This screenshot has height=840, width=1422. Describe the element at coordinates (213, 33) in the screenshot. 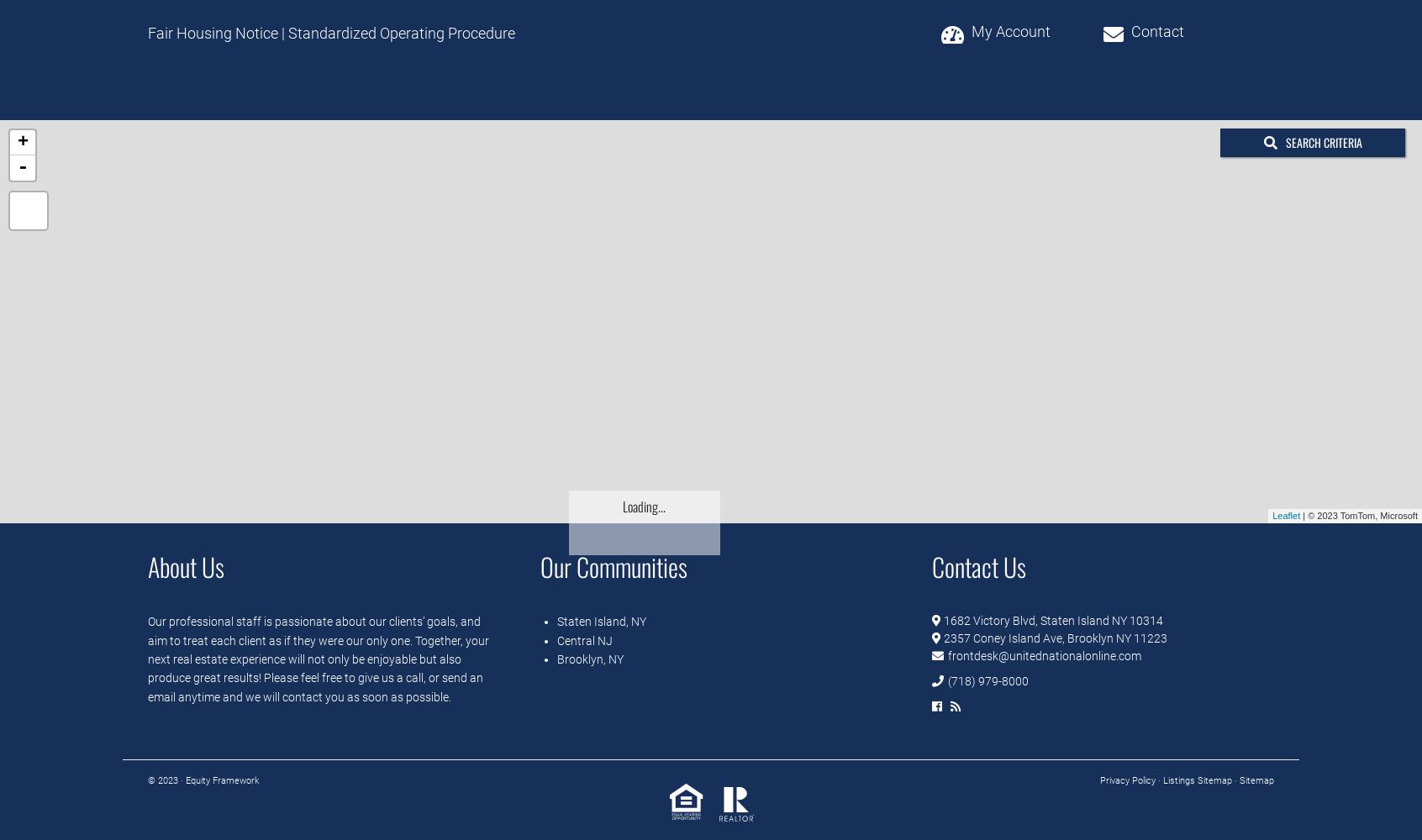

I see `'Fair Housing Notice'` at that location.